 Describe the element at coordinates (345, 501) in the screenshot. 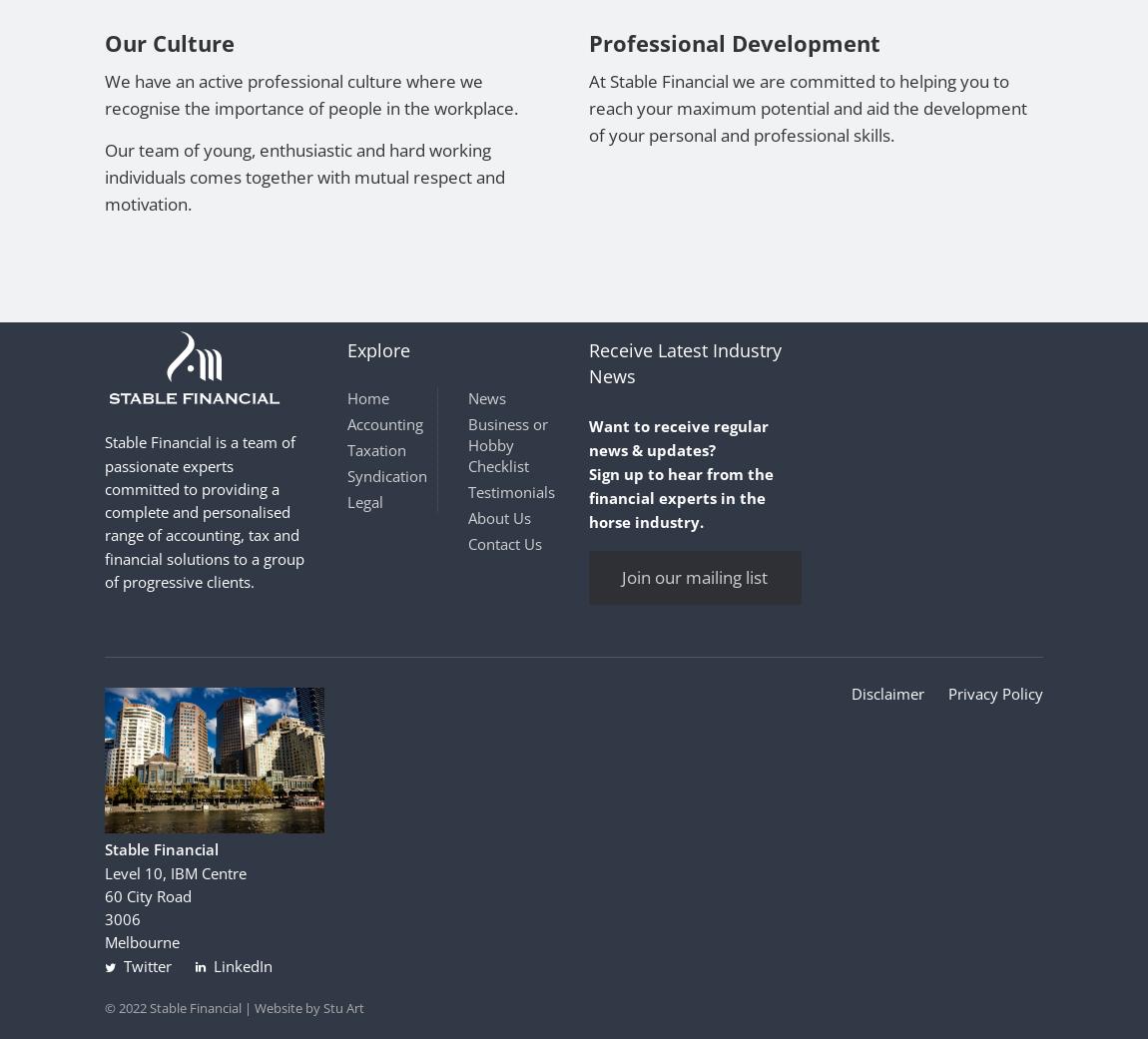

I see `'Legal'` at that location.